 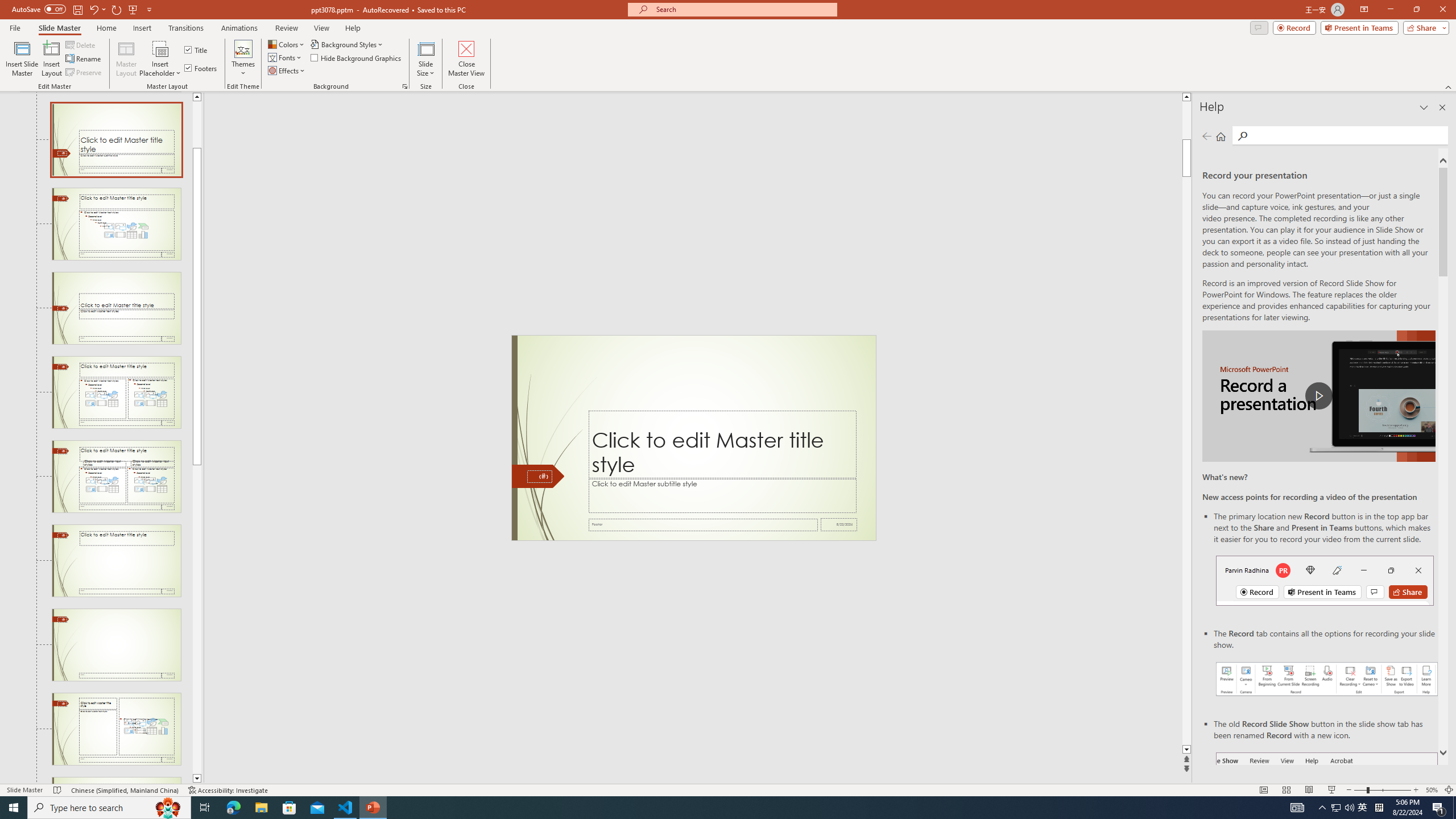 I want to click on 'Insert Slide Master', so click(x=21, y=59).